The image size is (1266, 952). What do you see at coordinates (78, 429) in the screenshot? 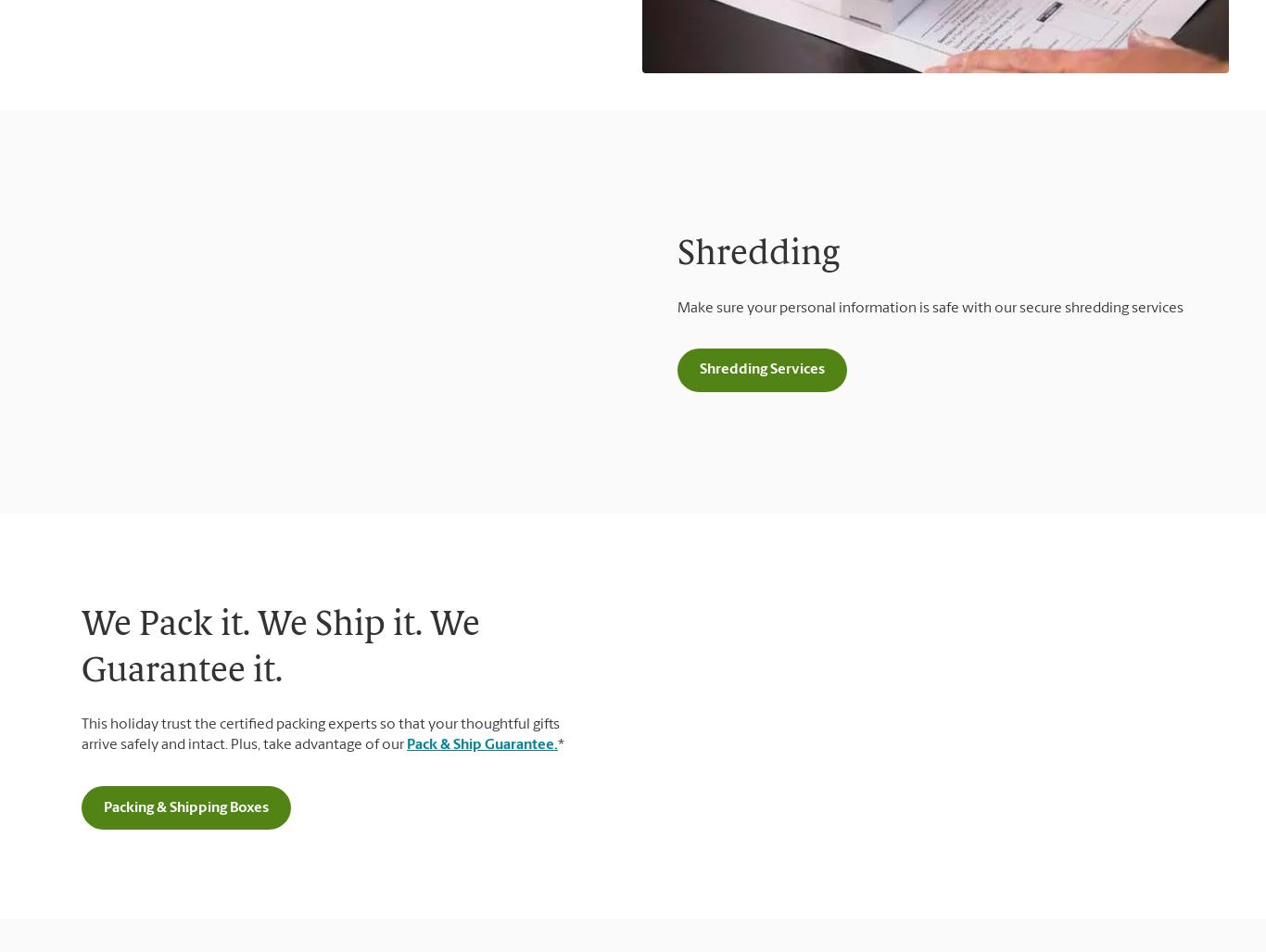
I see `'Postcards'` at bounding box center [78, 429].